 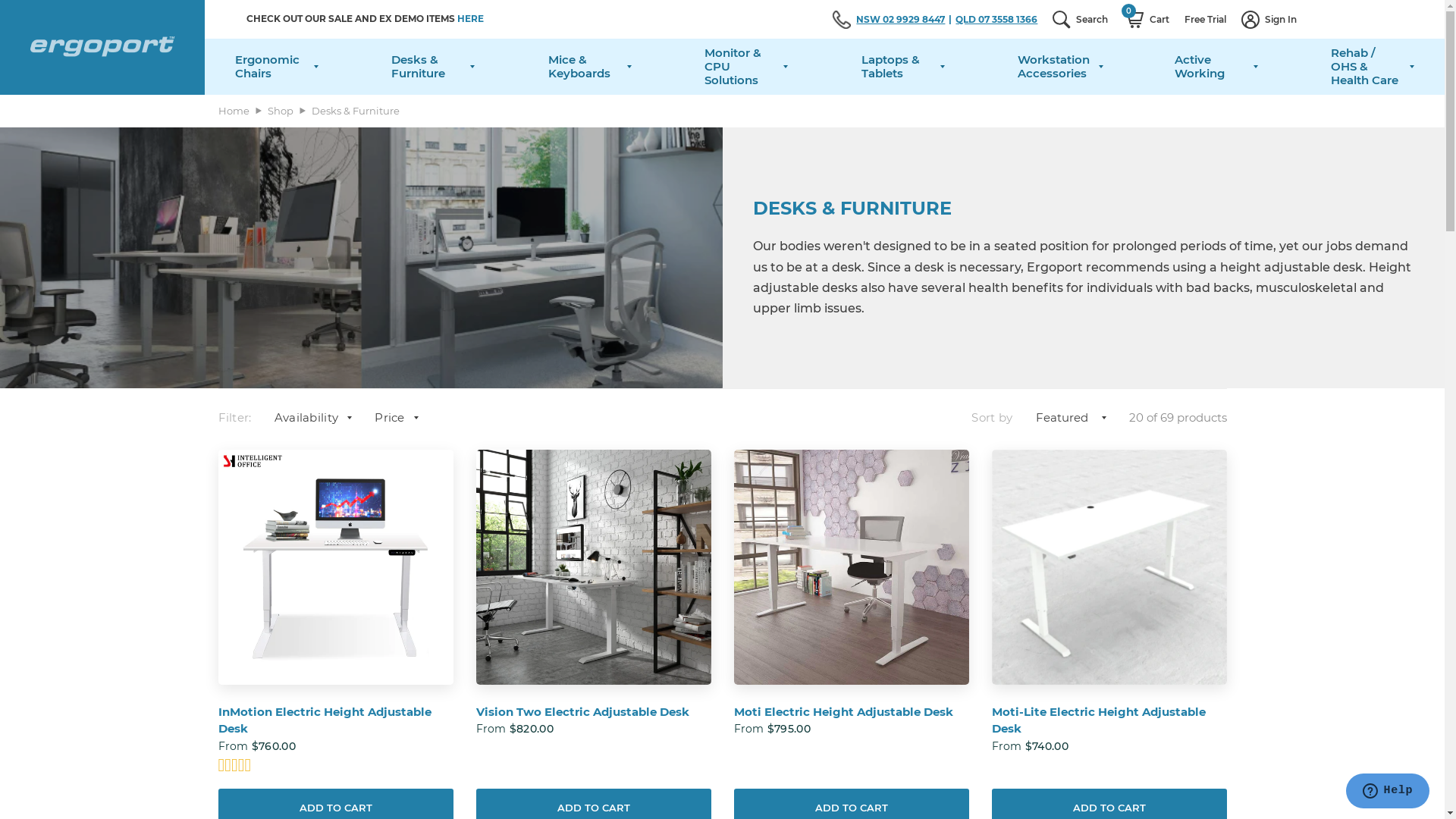 I want to click on 'Home', so click(x=233, y=110).